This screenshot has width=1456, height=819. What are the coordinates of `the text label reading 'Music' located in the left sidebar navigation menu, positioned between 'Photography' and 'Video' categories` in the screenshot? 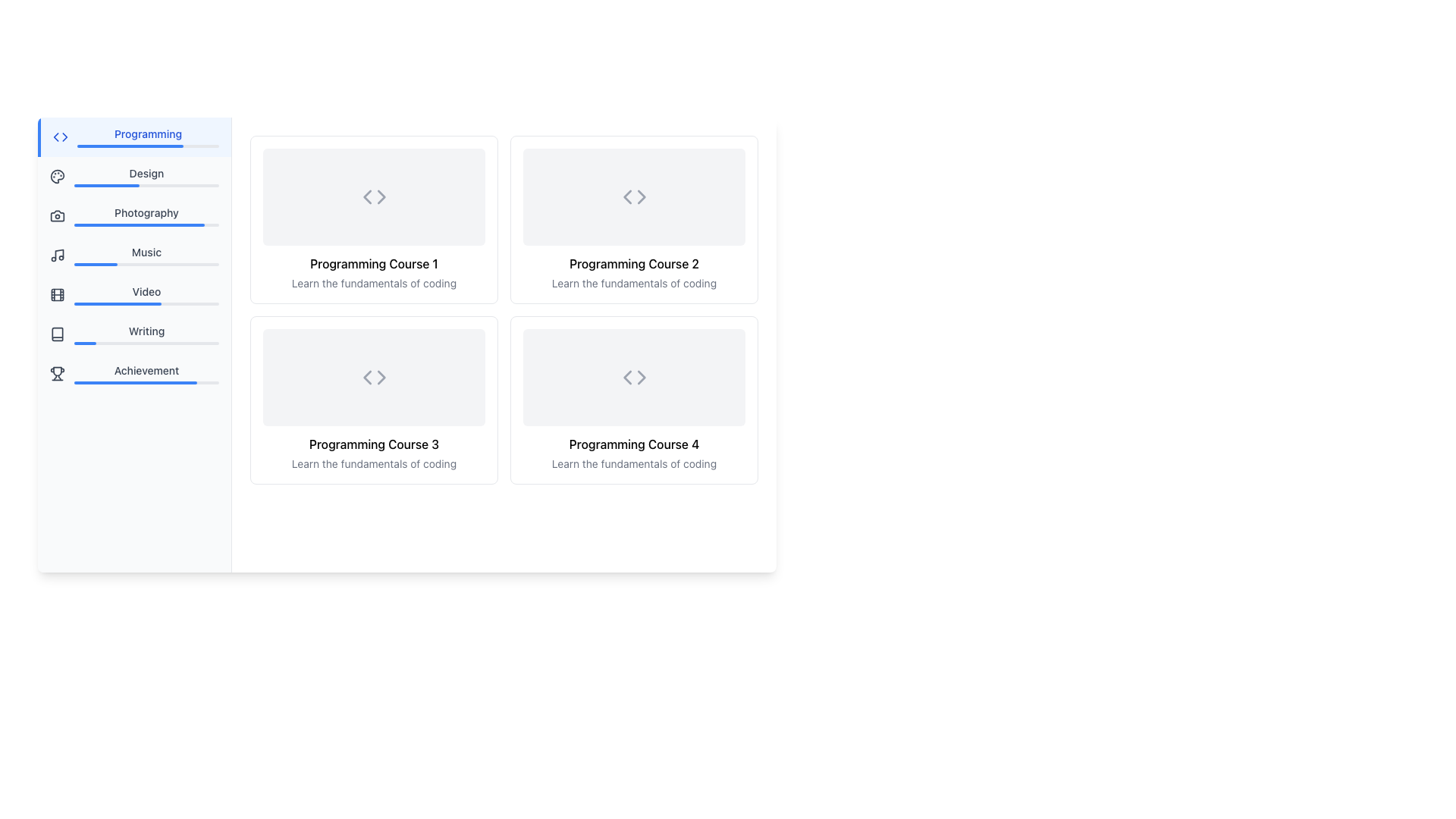 It's located at (146, 251).